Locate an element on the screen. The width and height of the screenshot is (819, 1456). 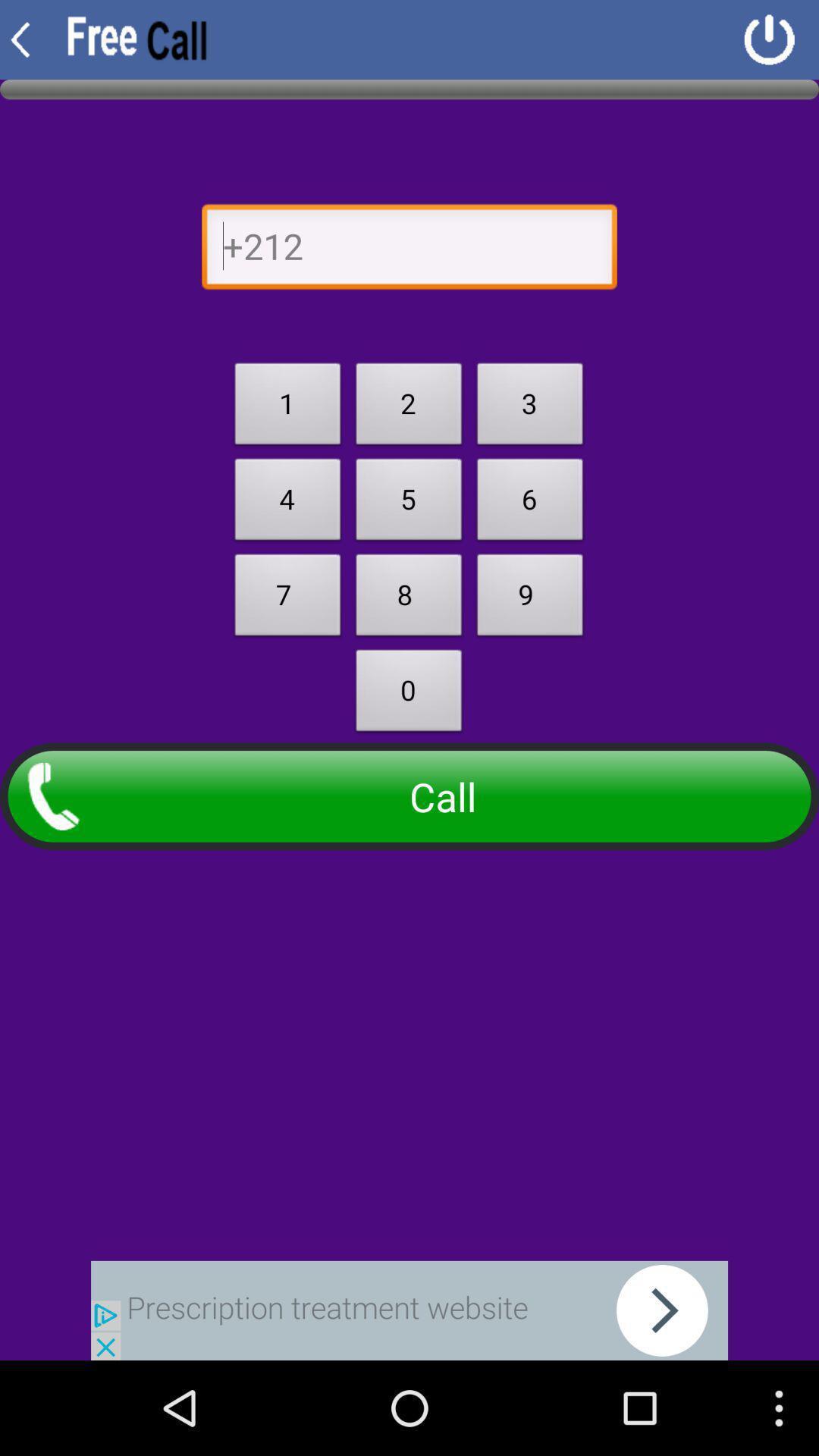
turn off is located at coordinates (769, 39).